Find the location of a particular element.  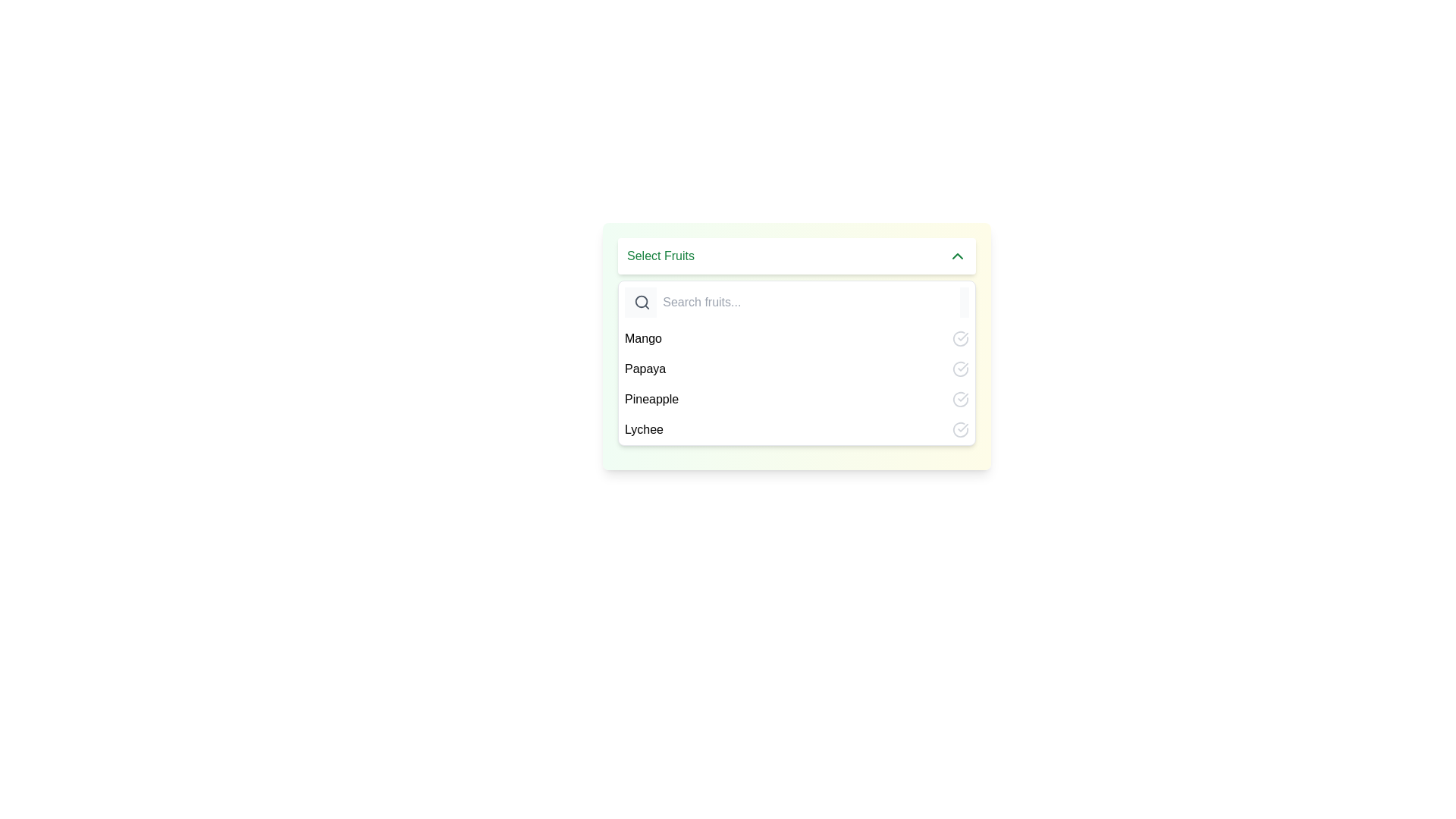

the circular light gray checkmark icon located to the right of the 'Papaya' text in the dropdown menu for interaction is located at coordinates (962, 336).